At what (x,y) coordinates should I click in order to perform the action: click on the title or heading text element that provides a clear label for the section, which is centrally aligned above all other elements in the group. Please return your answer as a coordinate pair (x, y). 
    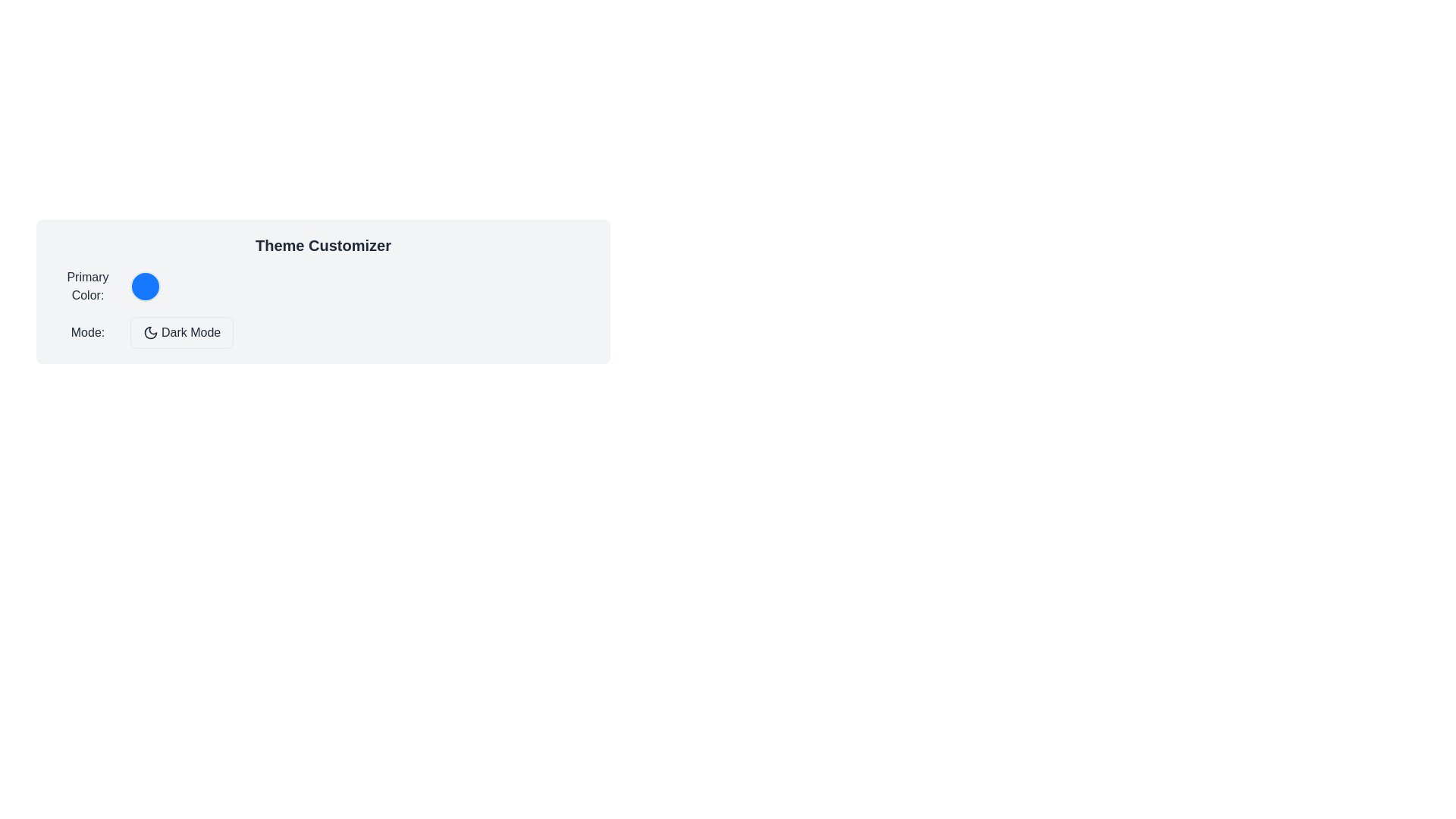
    Looking at the image, I should click on (322, 245).